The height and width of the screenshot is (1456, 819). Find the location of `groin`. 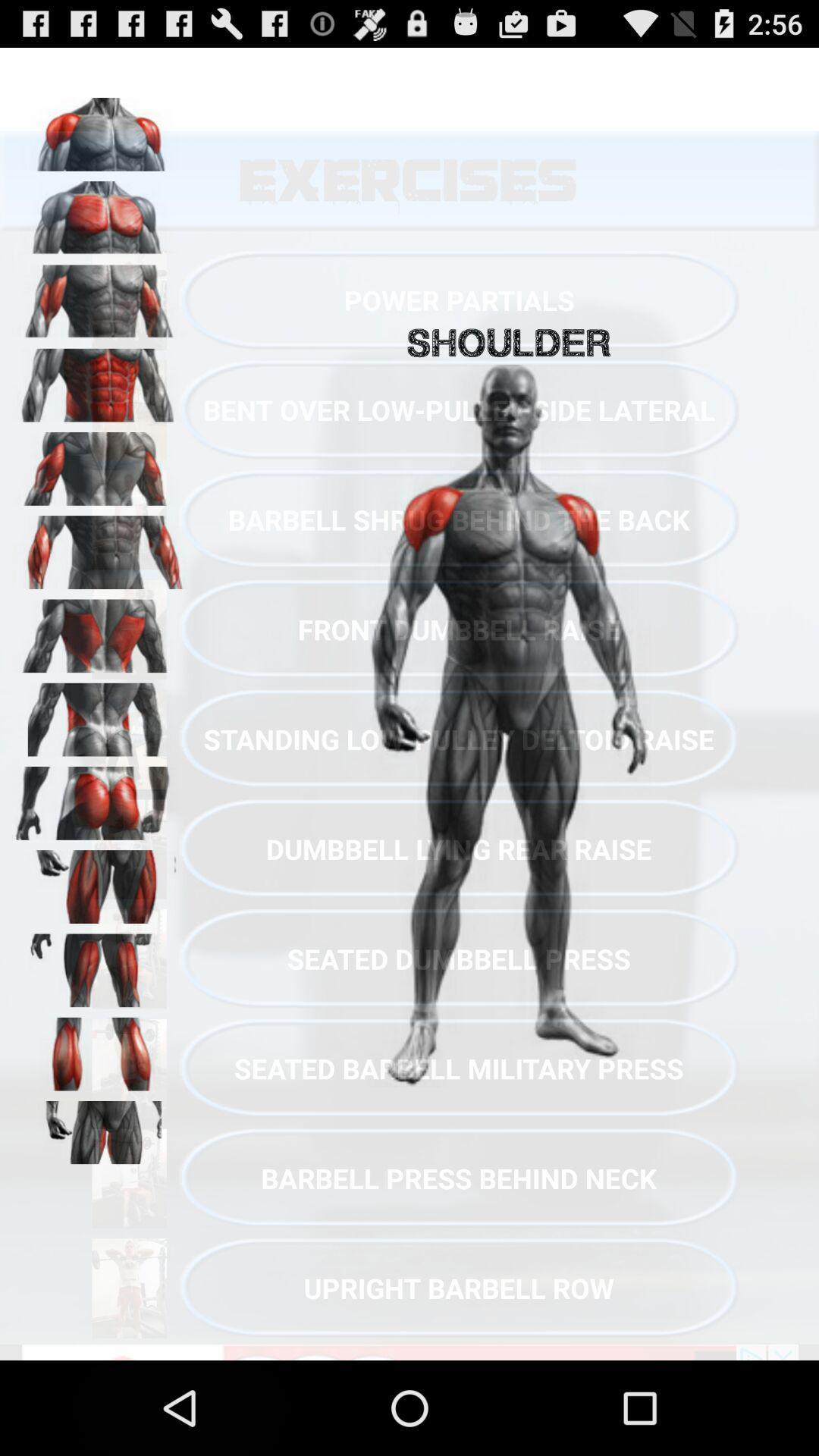

groin is located at coordinates (99, 1132).